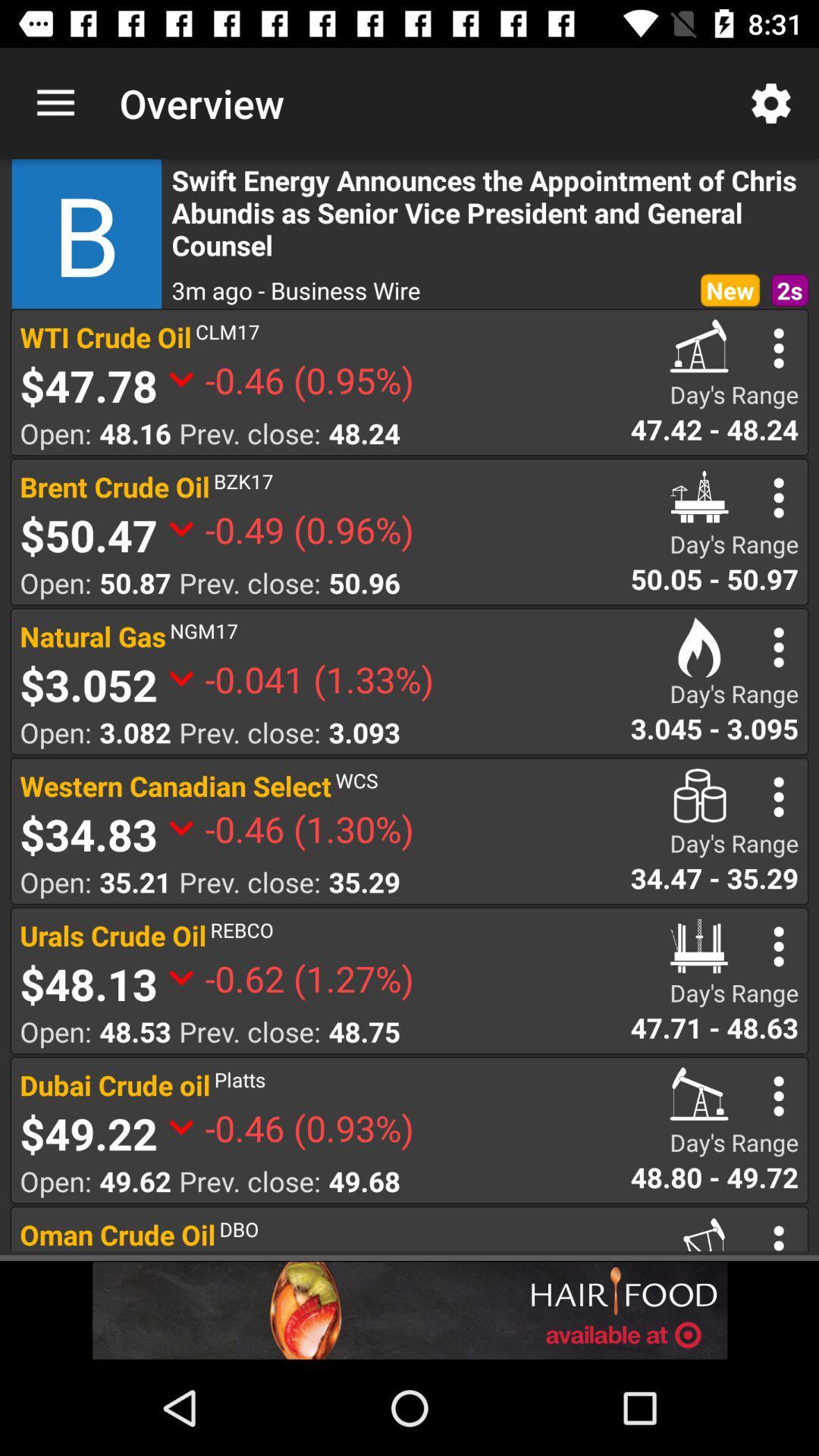 The height and width of the screenshot is (1456, 819). What do you see at coordinates (779, 1096) in the screenshot?
I see `menu option` at bounding box center [779, 1096].